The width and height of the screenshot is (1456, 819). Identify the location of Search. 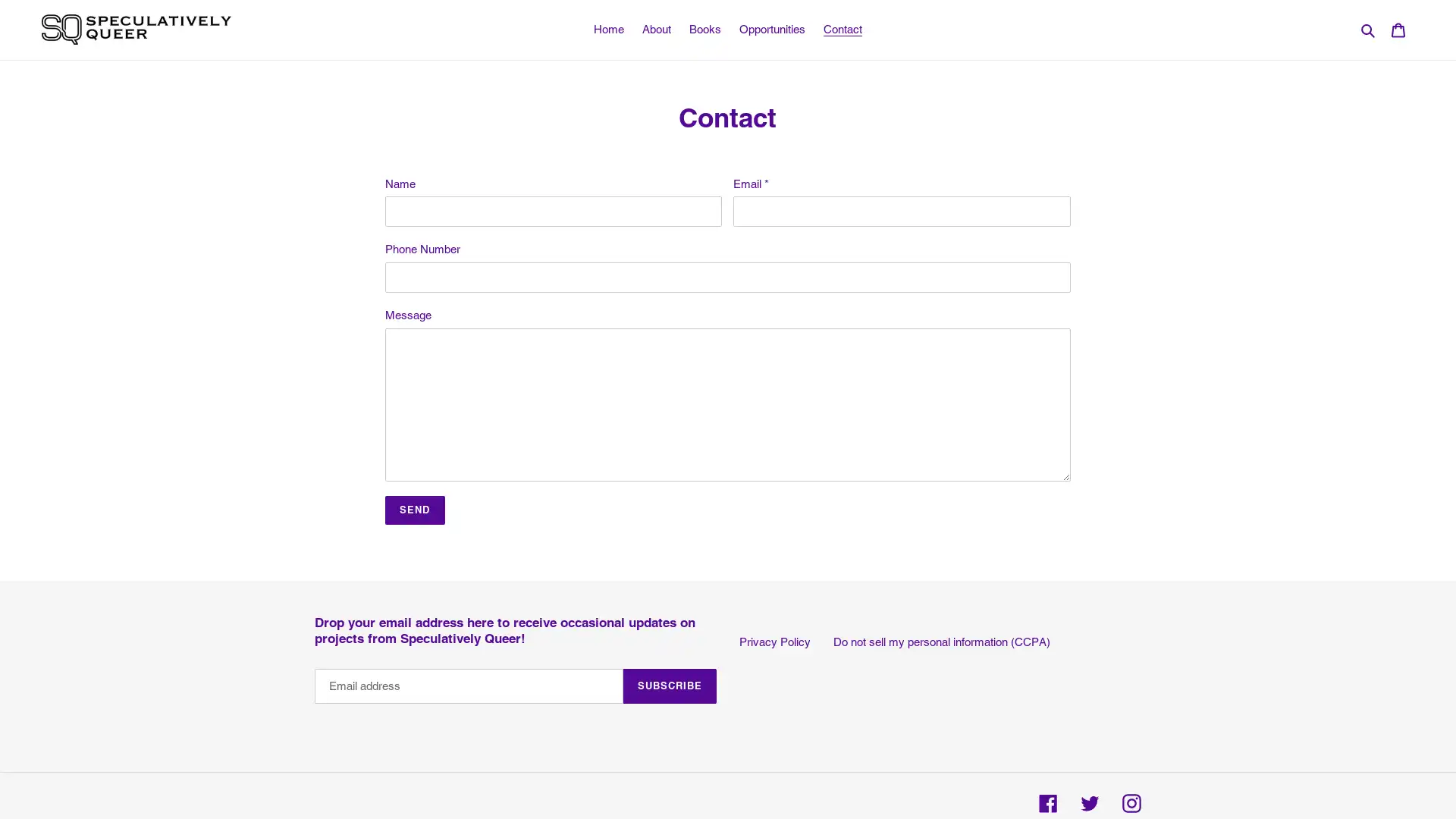
(1369, 29).